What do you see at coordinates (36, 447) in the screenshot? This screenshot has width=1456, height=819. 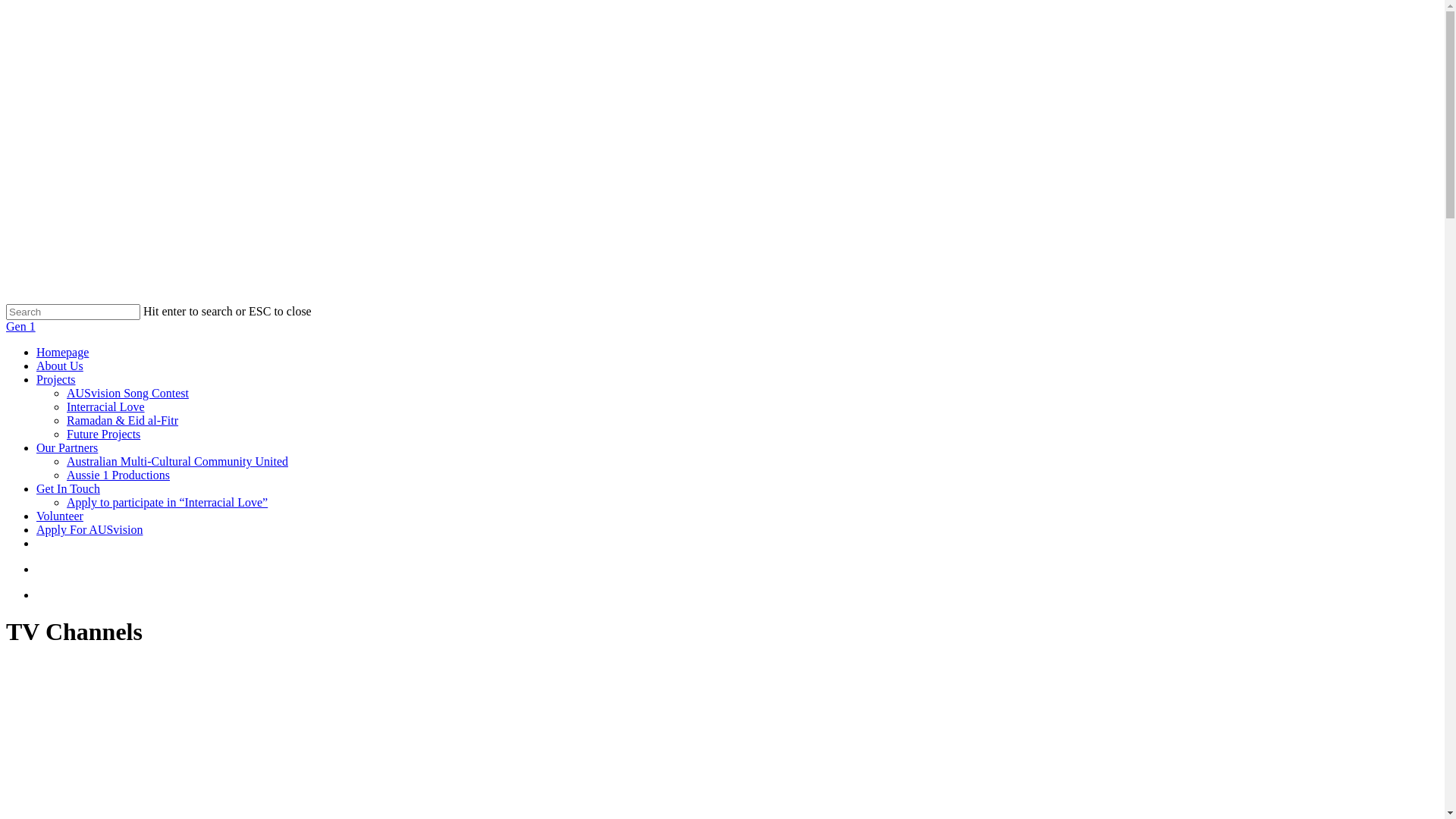 I see `'Our Partners'` at bounding box center [36, 447].